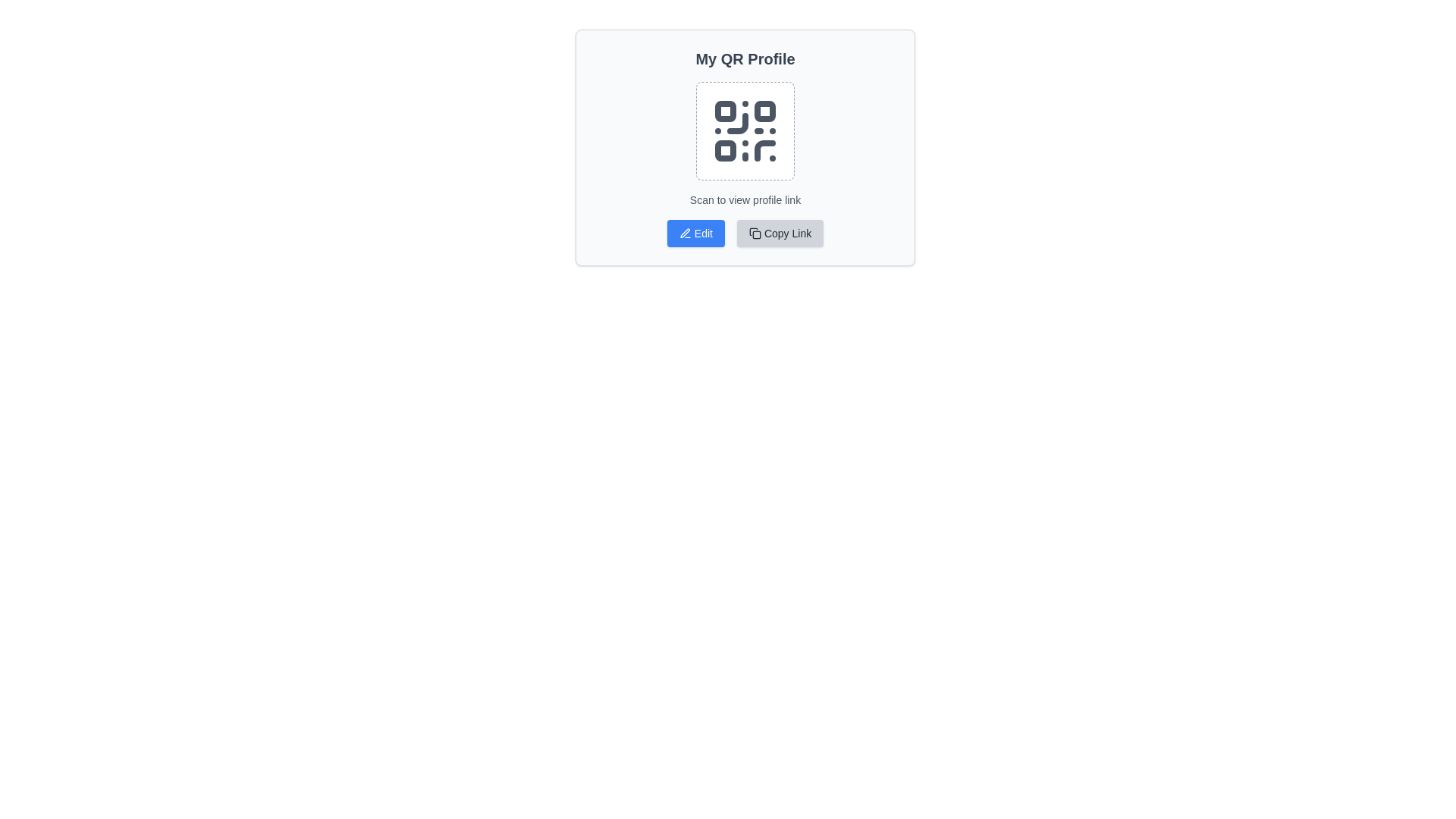 The image size is (1456, 819). I want to click on the 'Copy Link' button, which is the second button with a light gray background and a duplicate-sheet icon to the left of the text, so click(780, 234).